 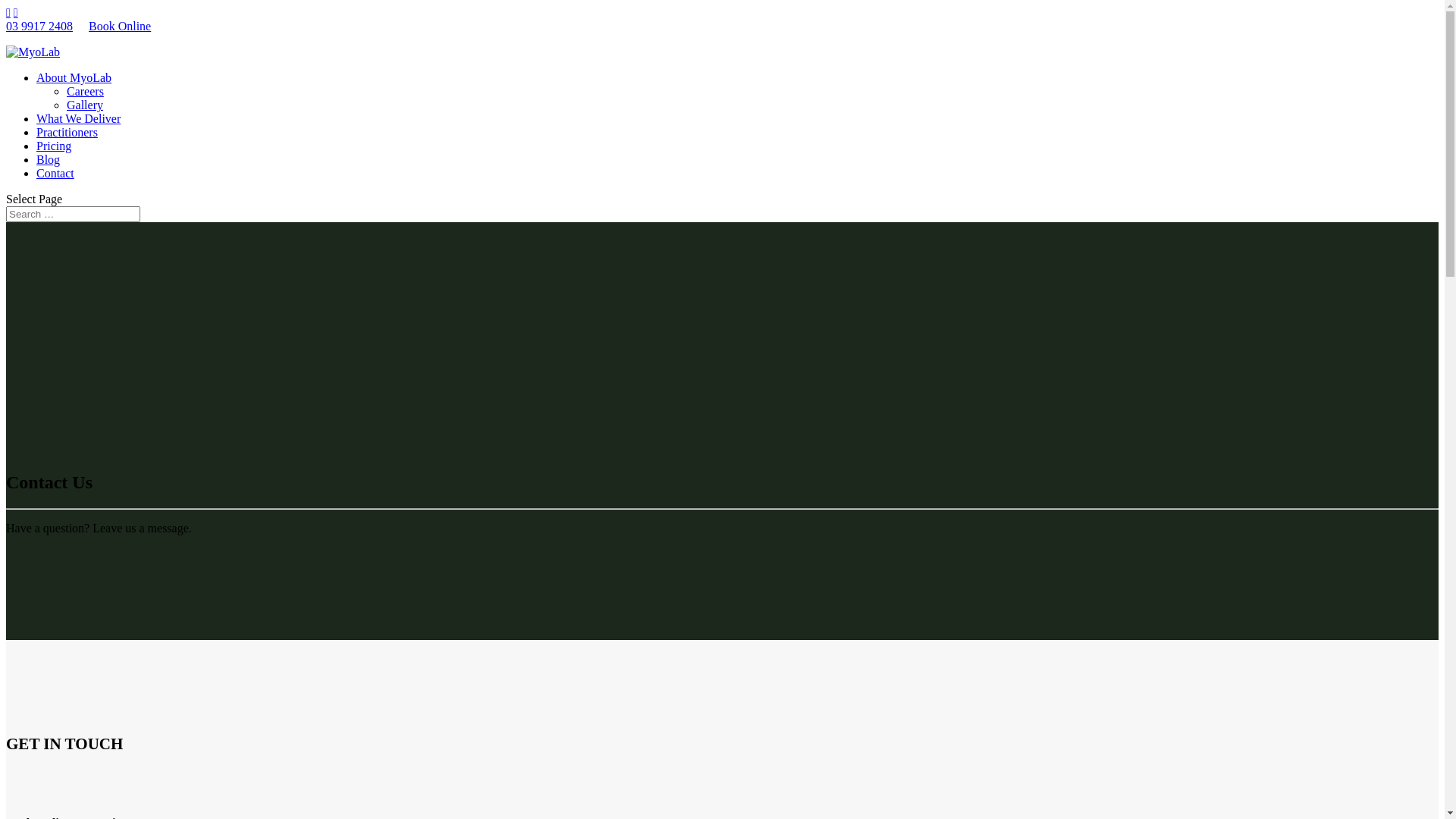 What do you see at coordinates (55, 172) in the screenshot?
I see `'Contact'` at bounding box center [55, 172].